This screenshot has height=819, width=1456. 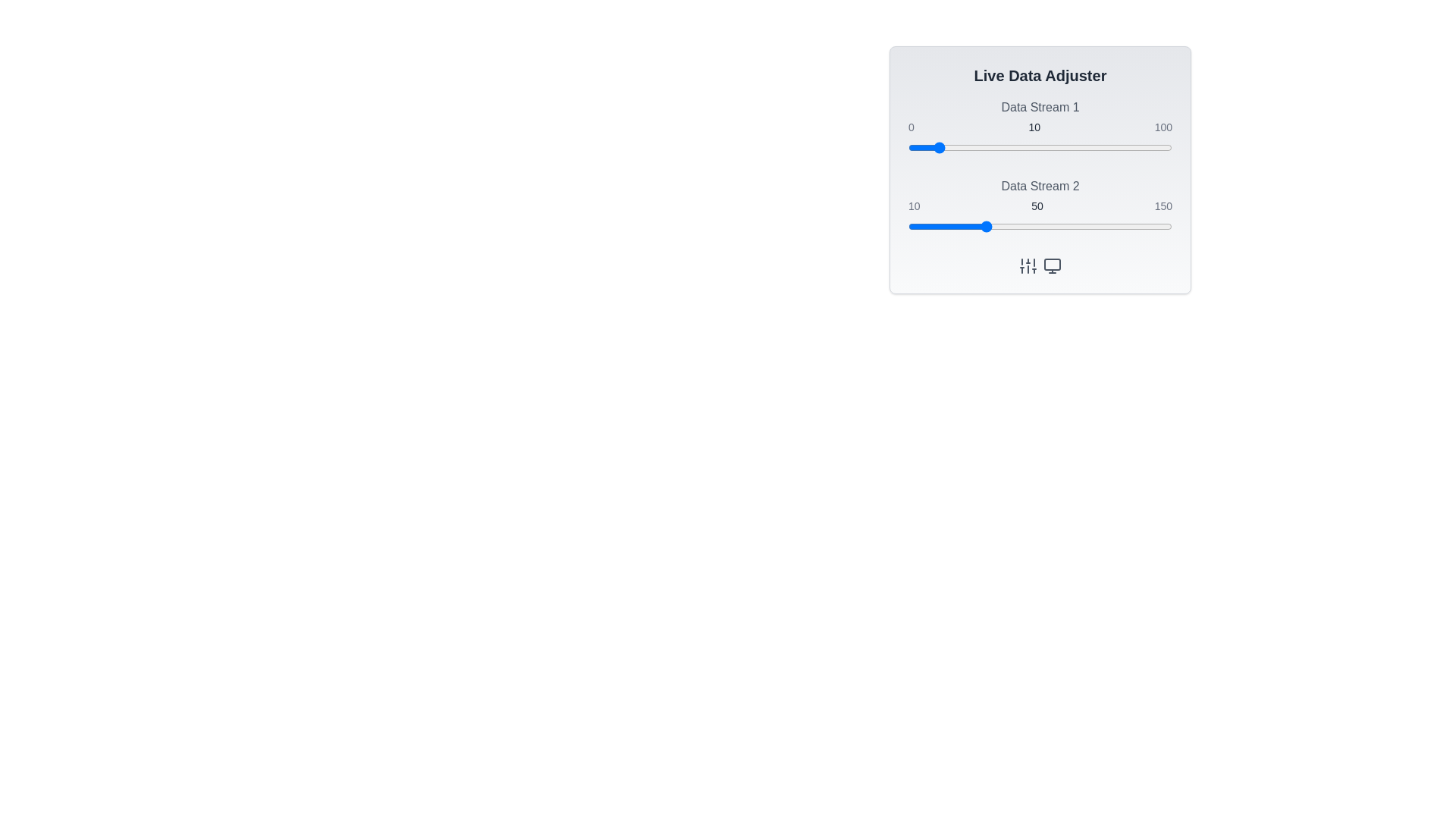 I want to click on the Data Stream 1 value, so click(x=1074, y=148).